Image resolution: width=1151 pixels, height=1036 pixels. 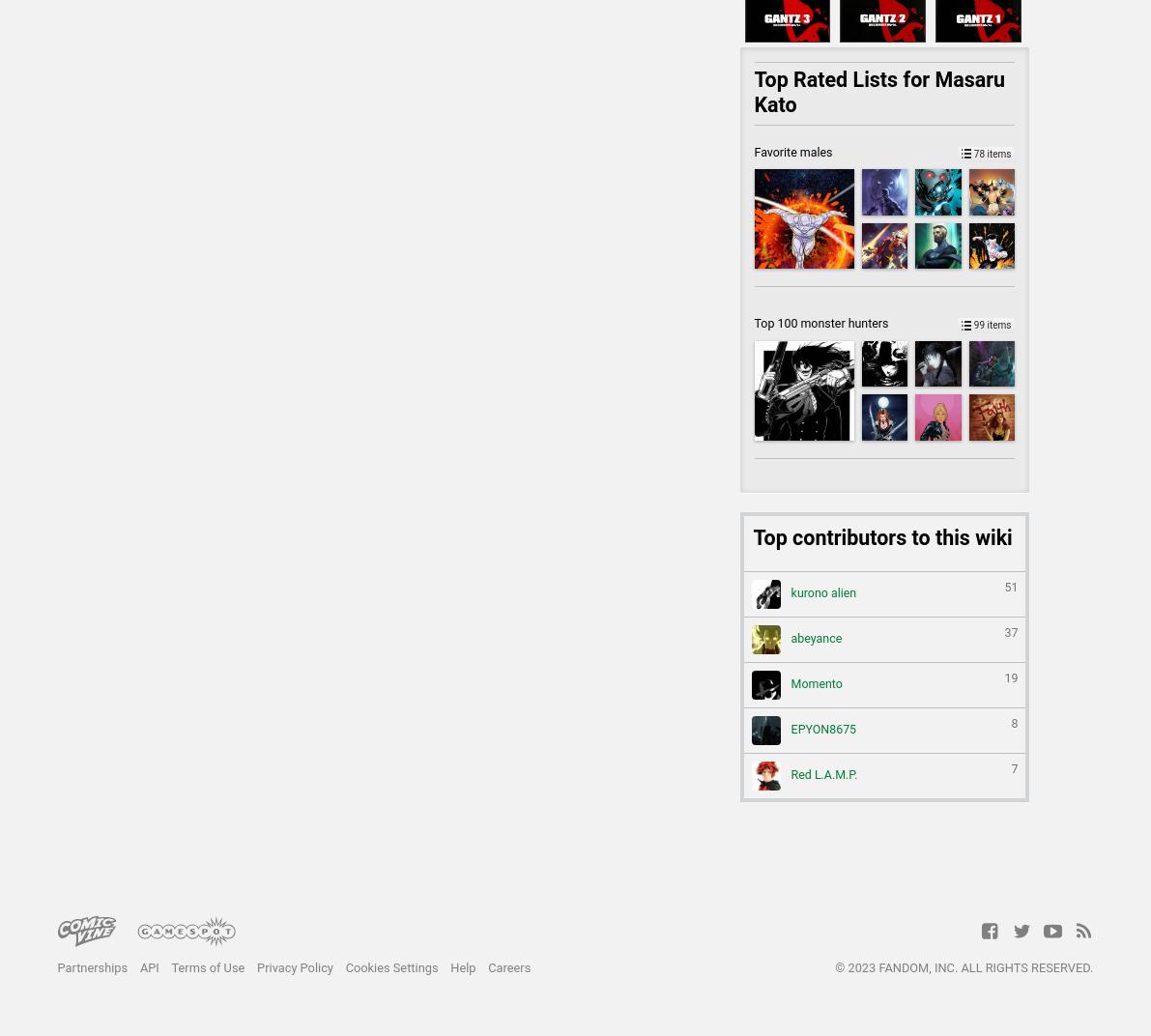 What do you see at coordinates (147, 965) in the screenshot?
I see `'API'` at bounding box center [147, 965].